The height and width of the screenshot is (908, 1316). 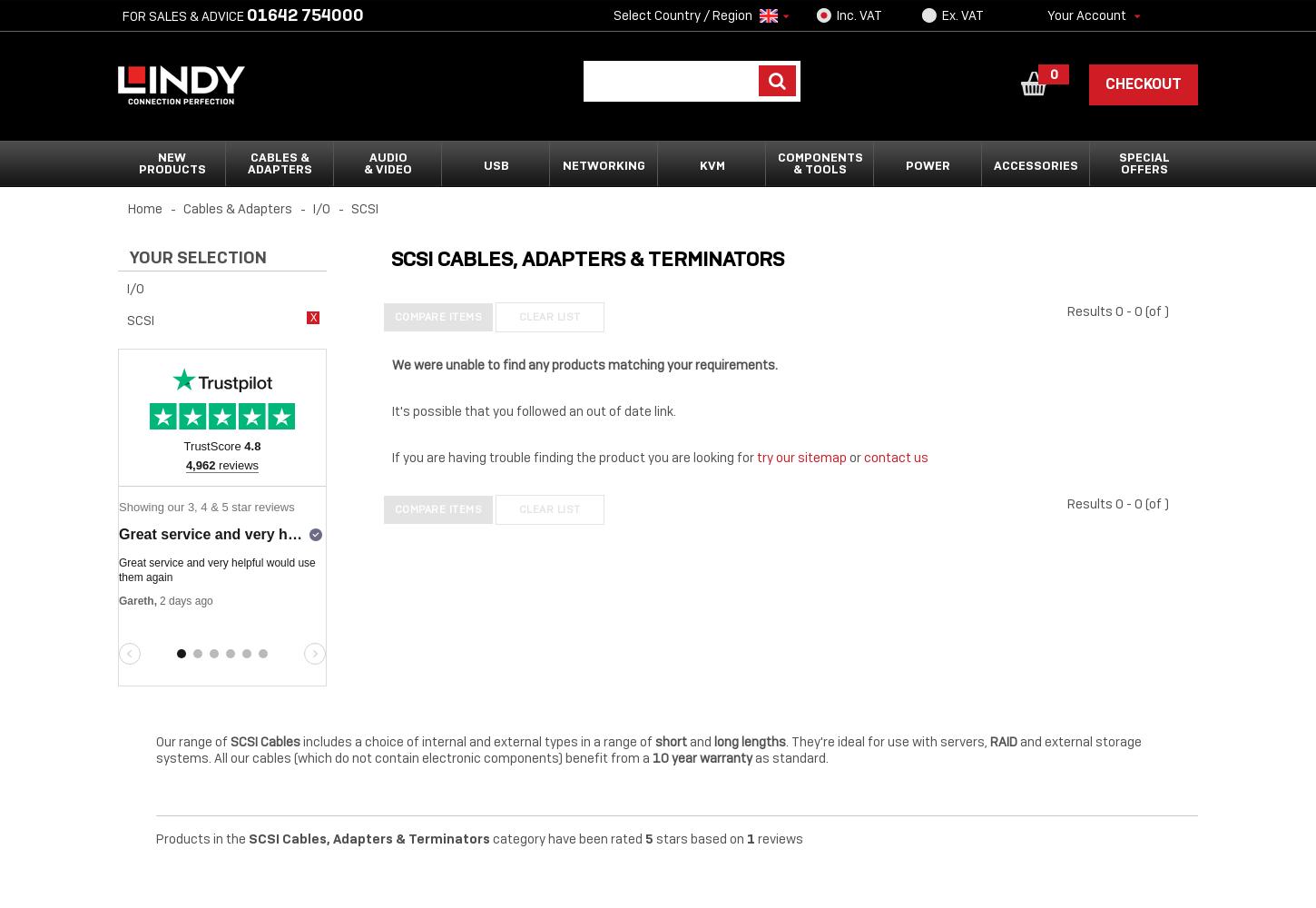 I want to click on 'Products', so click(x=170, y=169).